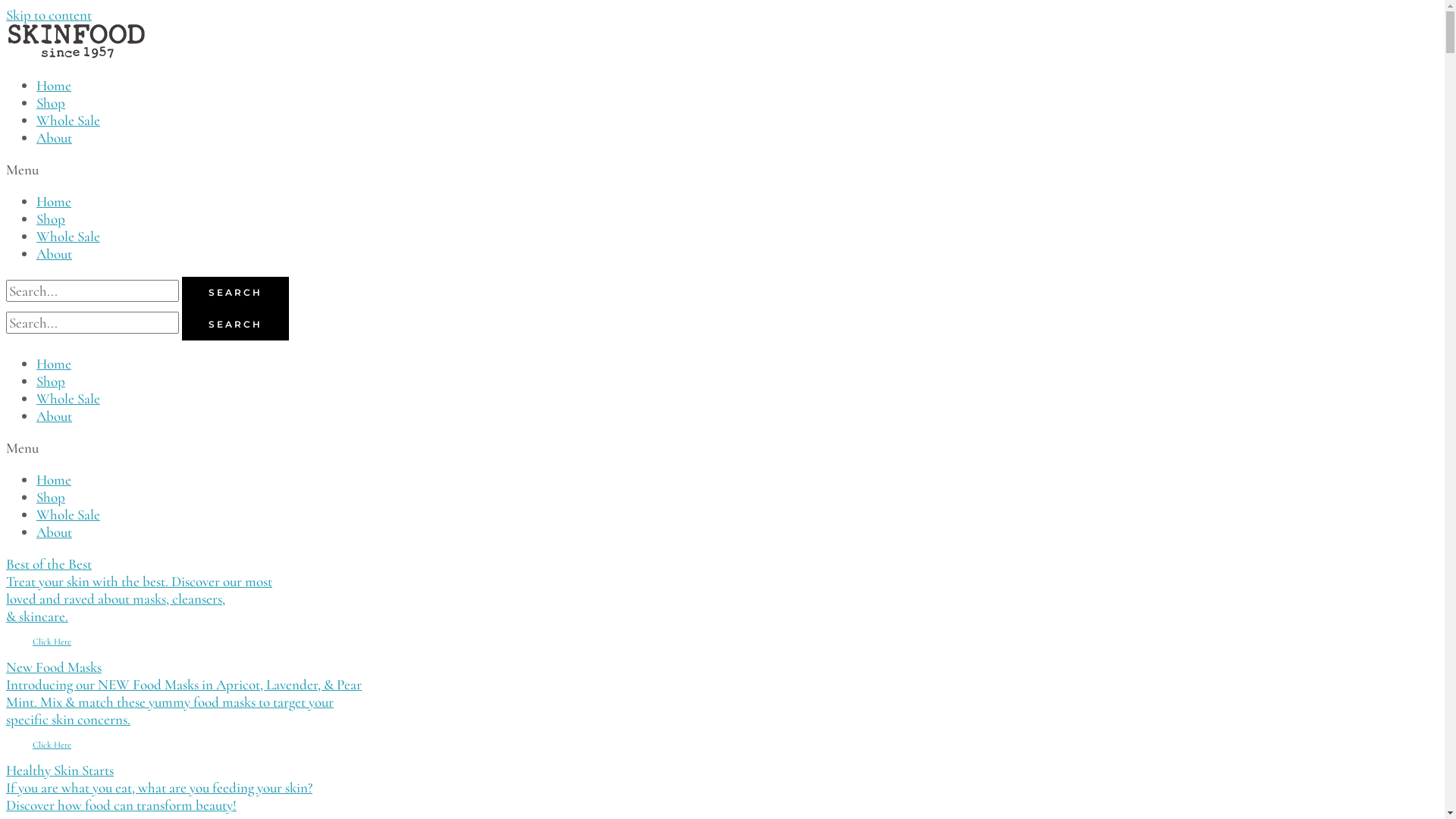 The image size is (1456, 819). Describe the element at coordinates (67, 513) in the screenshot. I see `'Whole Sale'` at that location.